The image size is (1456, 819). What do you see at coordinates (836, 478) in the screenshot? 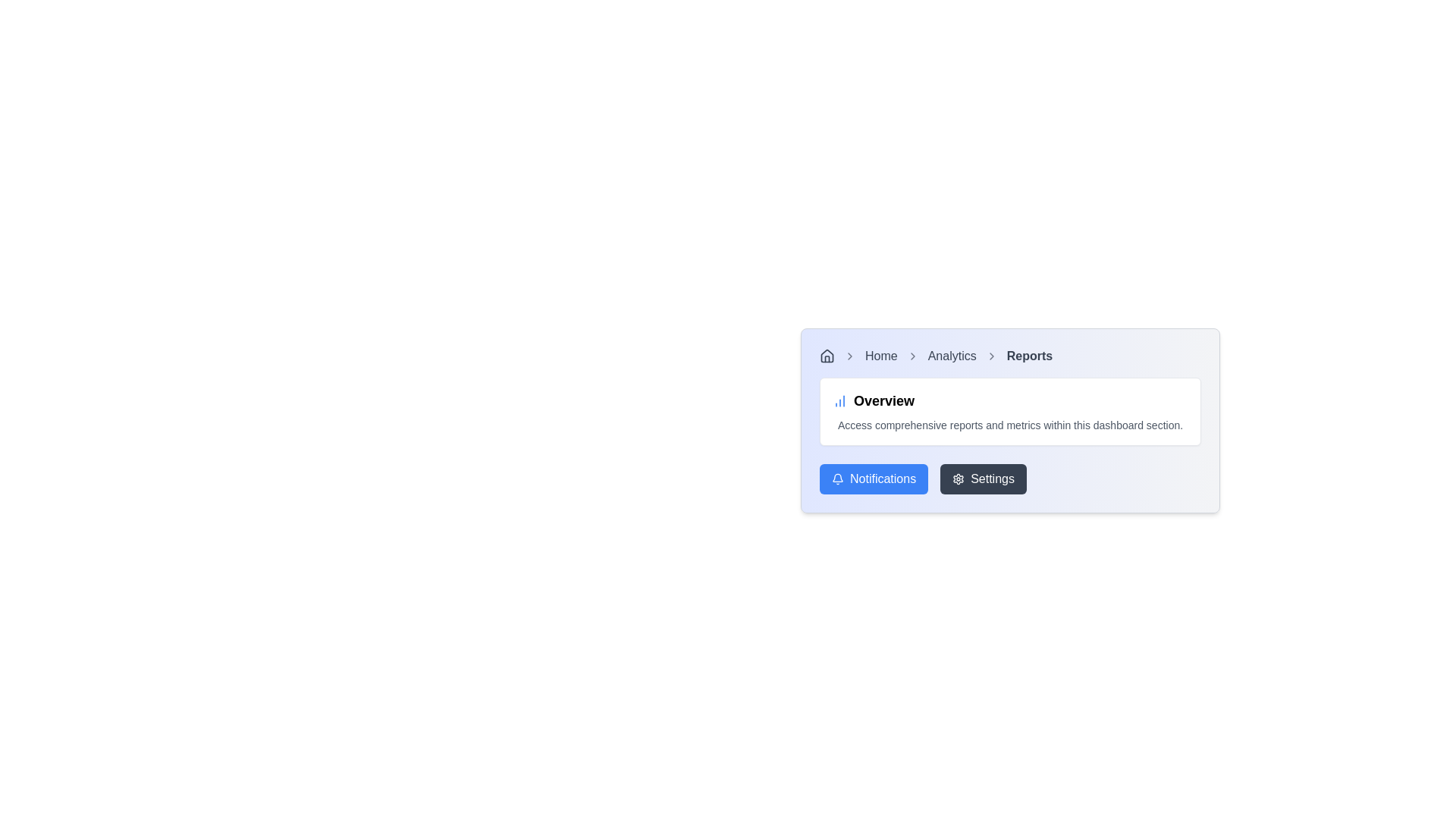
I see `the main body of the bell icon located to the left of the notification text button near the bottom of the visible panel` at bounding box center [836, 478].